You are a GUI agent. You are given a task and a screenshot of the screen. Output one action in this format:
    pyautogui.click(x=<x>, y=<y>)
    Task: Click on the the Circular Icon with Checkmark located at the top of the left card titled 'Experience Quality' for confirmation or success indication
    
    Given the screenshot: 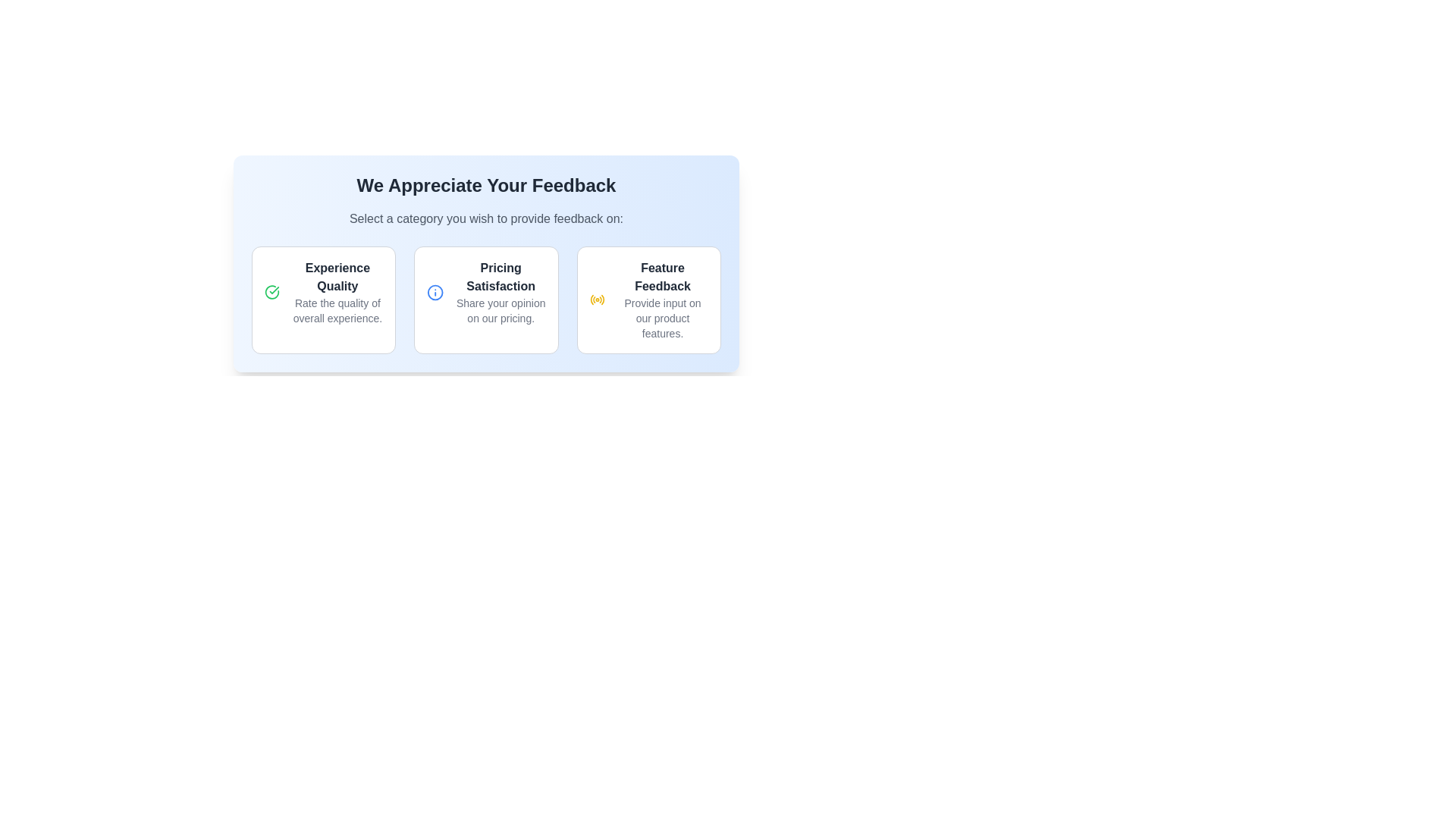 What is the action you would take?
    pyautogui.click(x=272, y=292)
    